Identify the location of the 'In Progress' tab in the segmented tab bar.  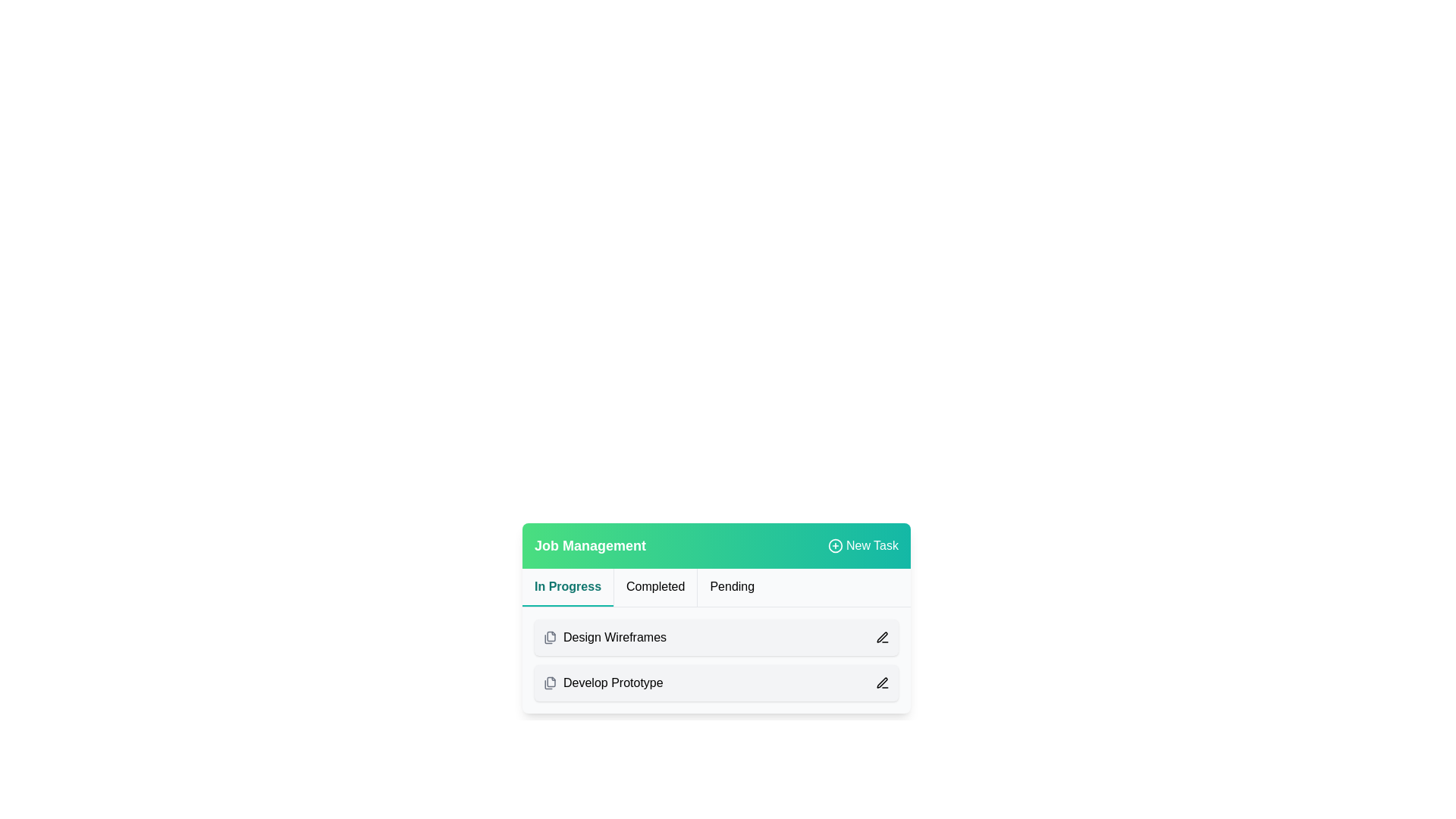
(566, 587).